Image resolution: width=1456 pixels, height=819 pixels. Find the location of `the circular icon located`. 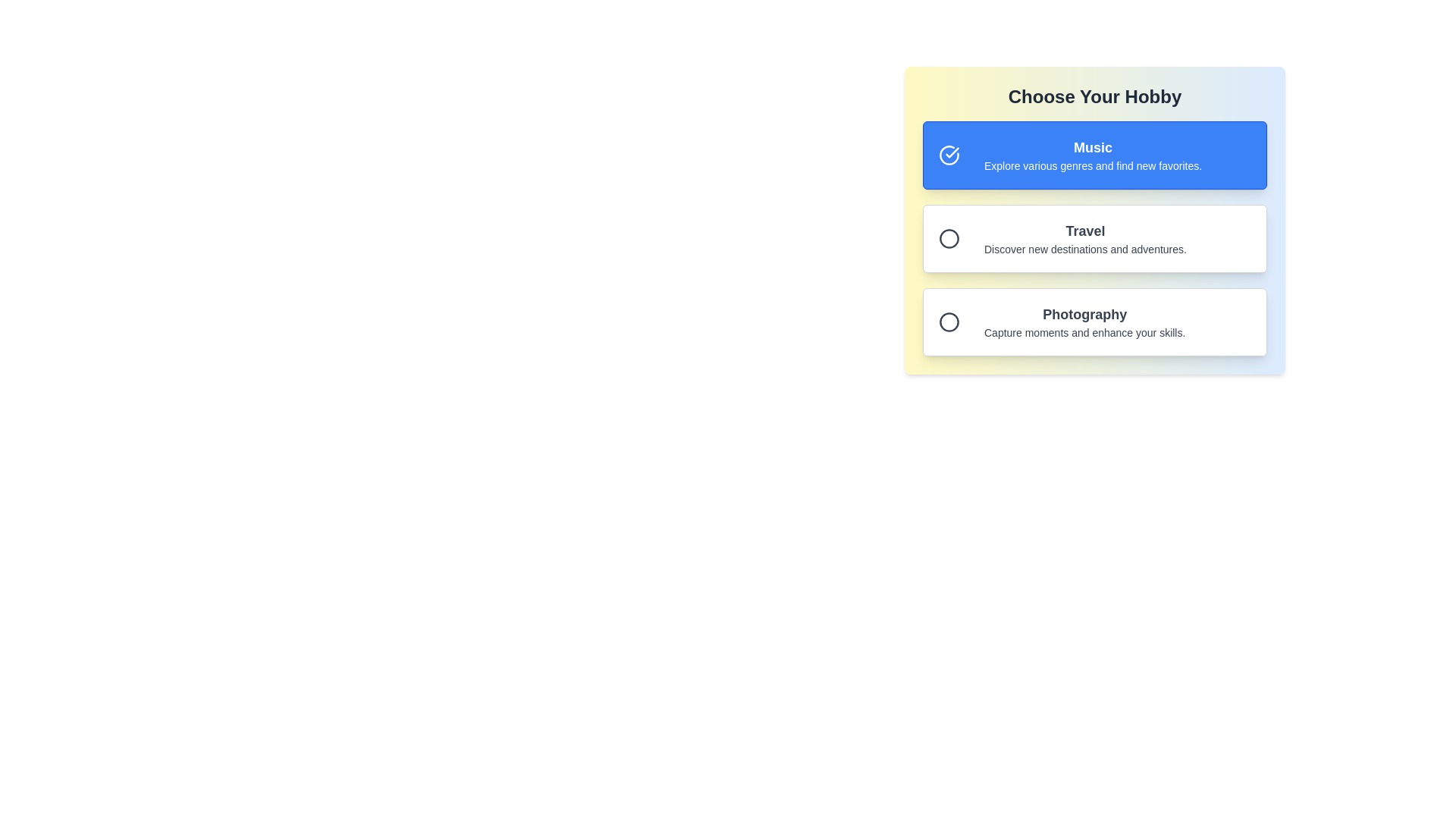

the circular icon located is located at coordinates (949, 321).